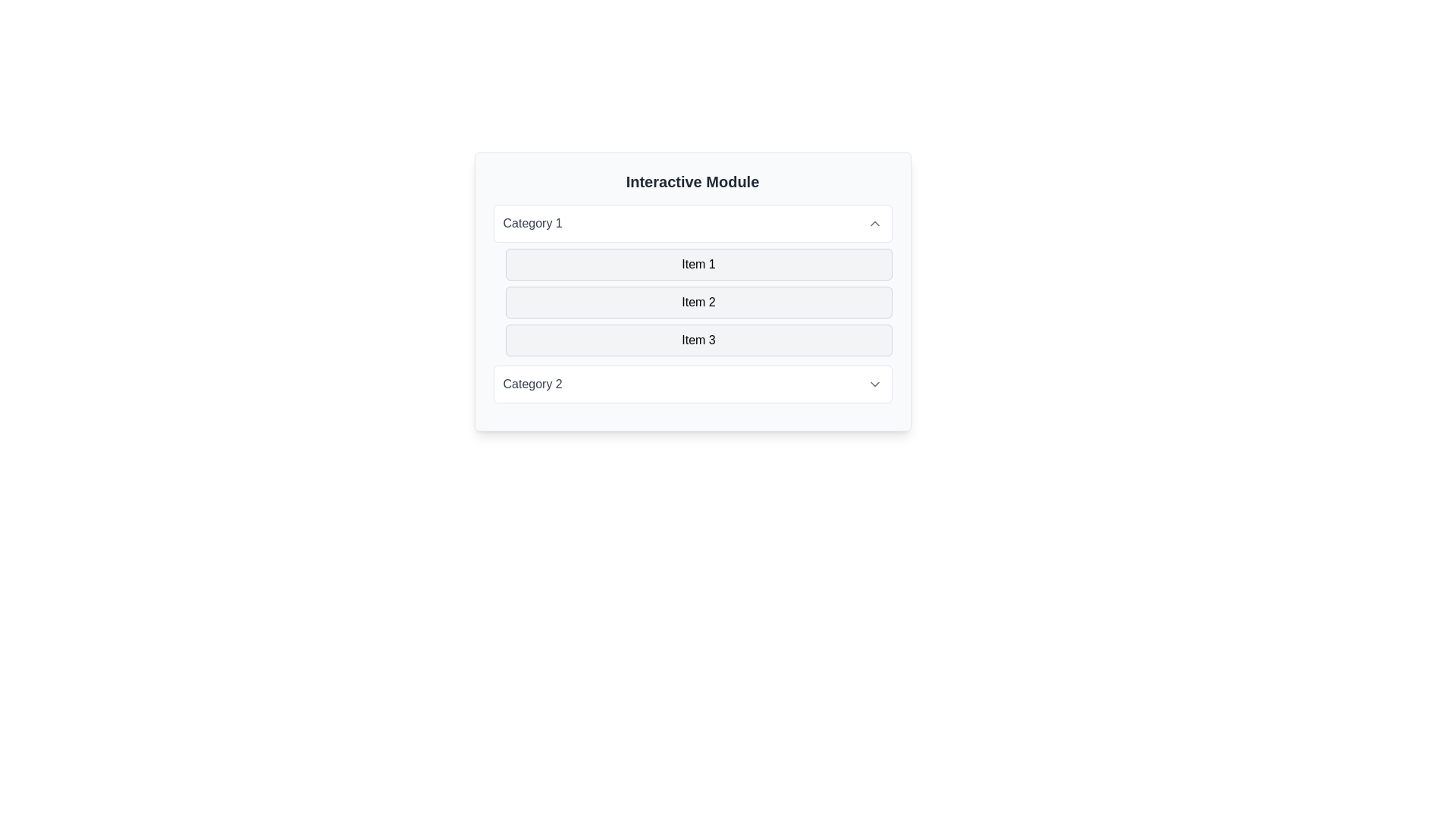 This screenshot has width=1456, height=819. I want to click on the downward-pointing chevron icon in the 'Category 2' dropdown, so click(874, 383).